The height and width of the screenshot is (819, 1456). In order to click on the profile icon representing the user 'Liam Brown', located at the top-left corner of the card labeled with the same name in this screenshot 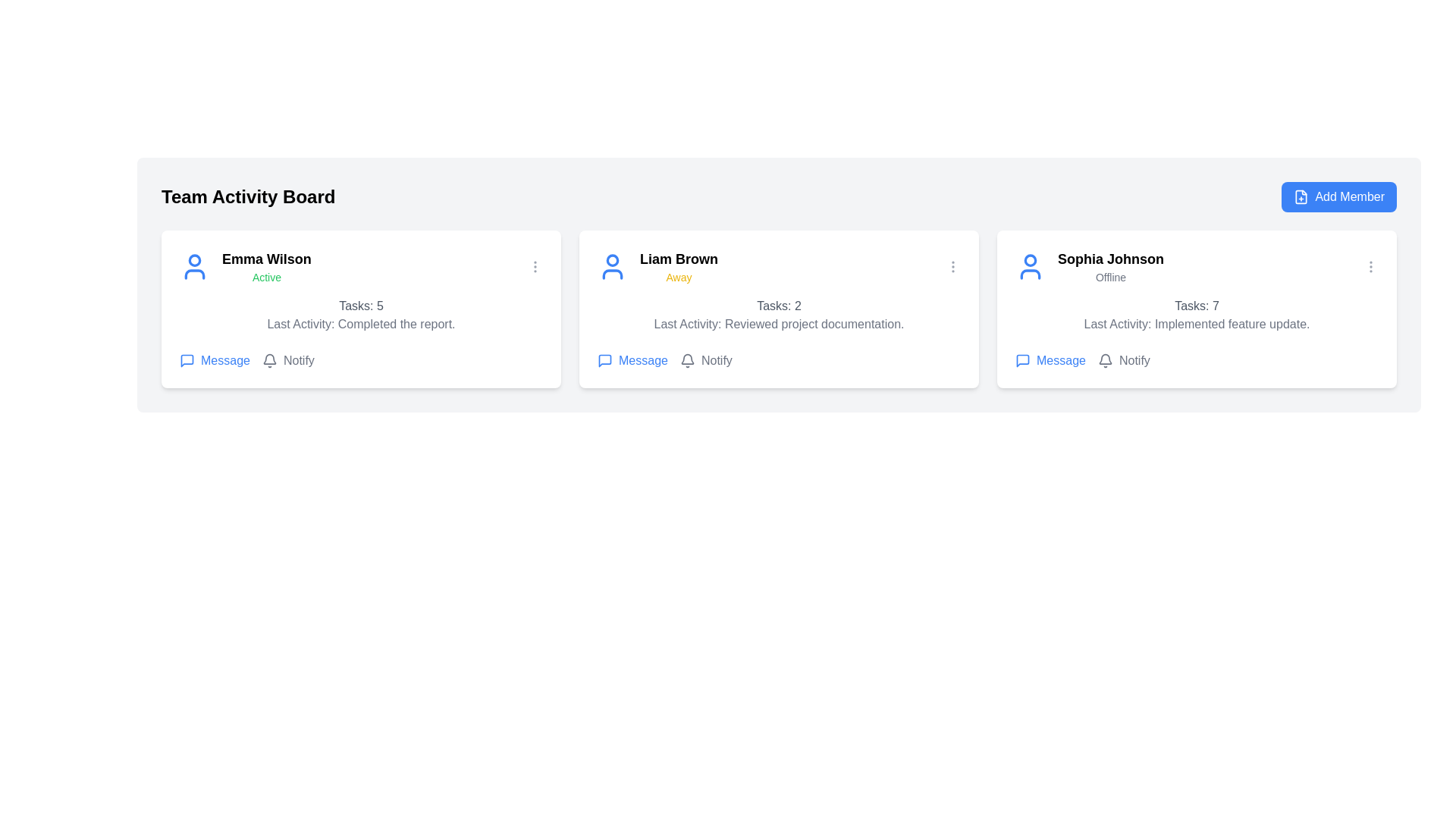, I will do `click(612, 265)`.